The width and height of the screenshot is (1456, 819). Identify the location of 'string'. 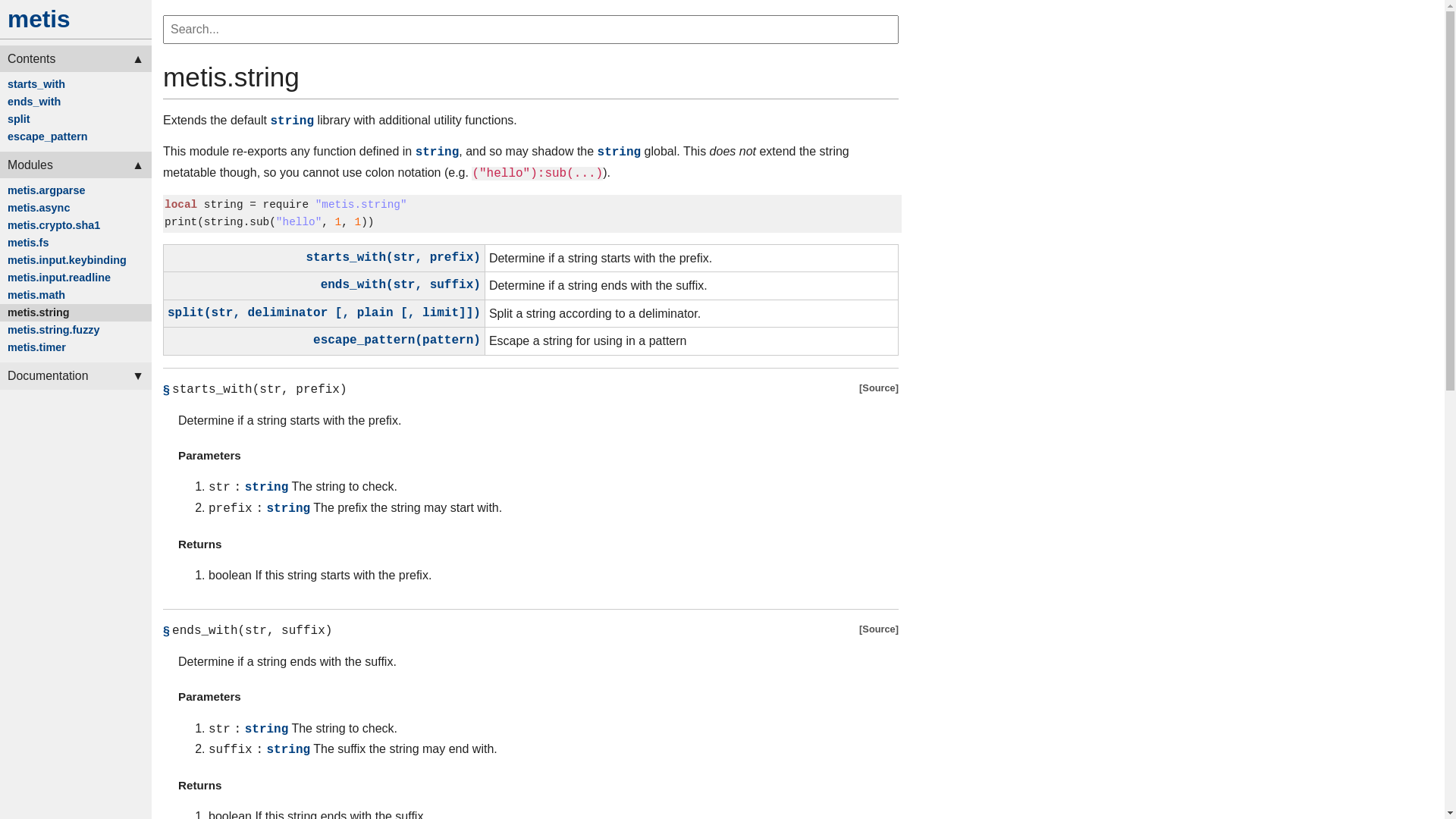
(619, 152).